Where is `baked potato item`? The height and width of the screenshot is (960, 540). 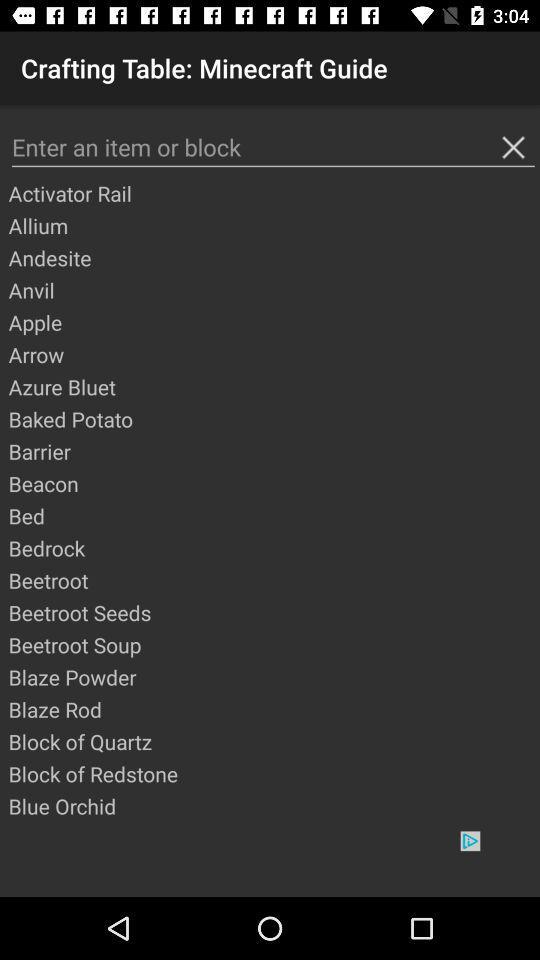 baked potato item is located at coordinates (272, 418).